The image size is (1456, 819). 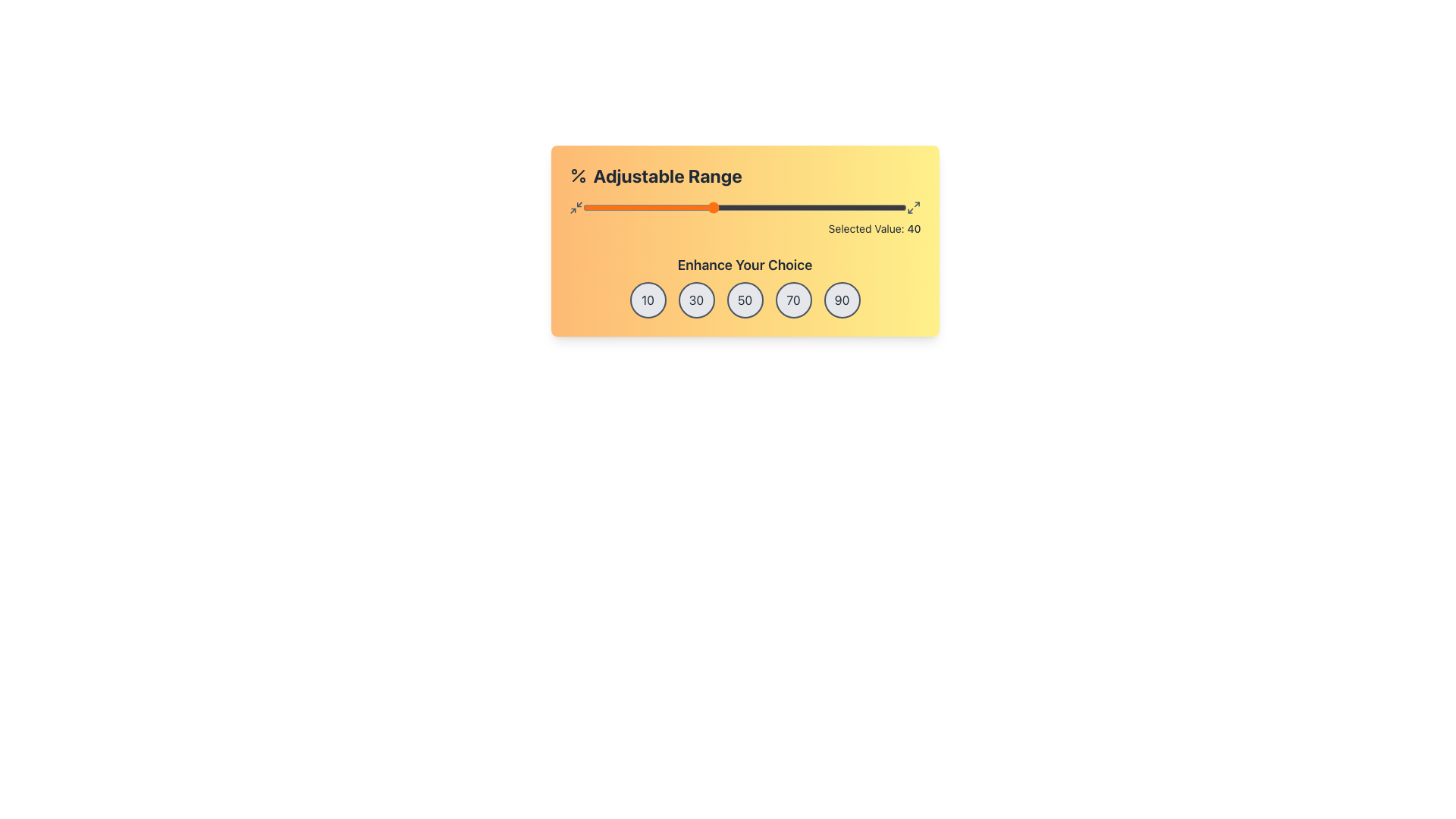 What do you see at coordinates (745, 300) in the screenshot?
I see `the circular button displaying the number '50', which is the third button from the left in a group of similar buttons, located below the slider component` at bounding box center [745, 300].